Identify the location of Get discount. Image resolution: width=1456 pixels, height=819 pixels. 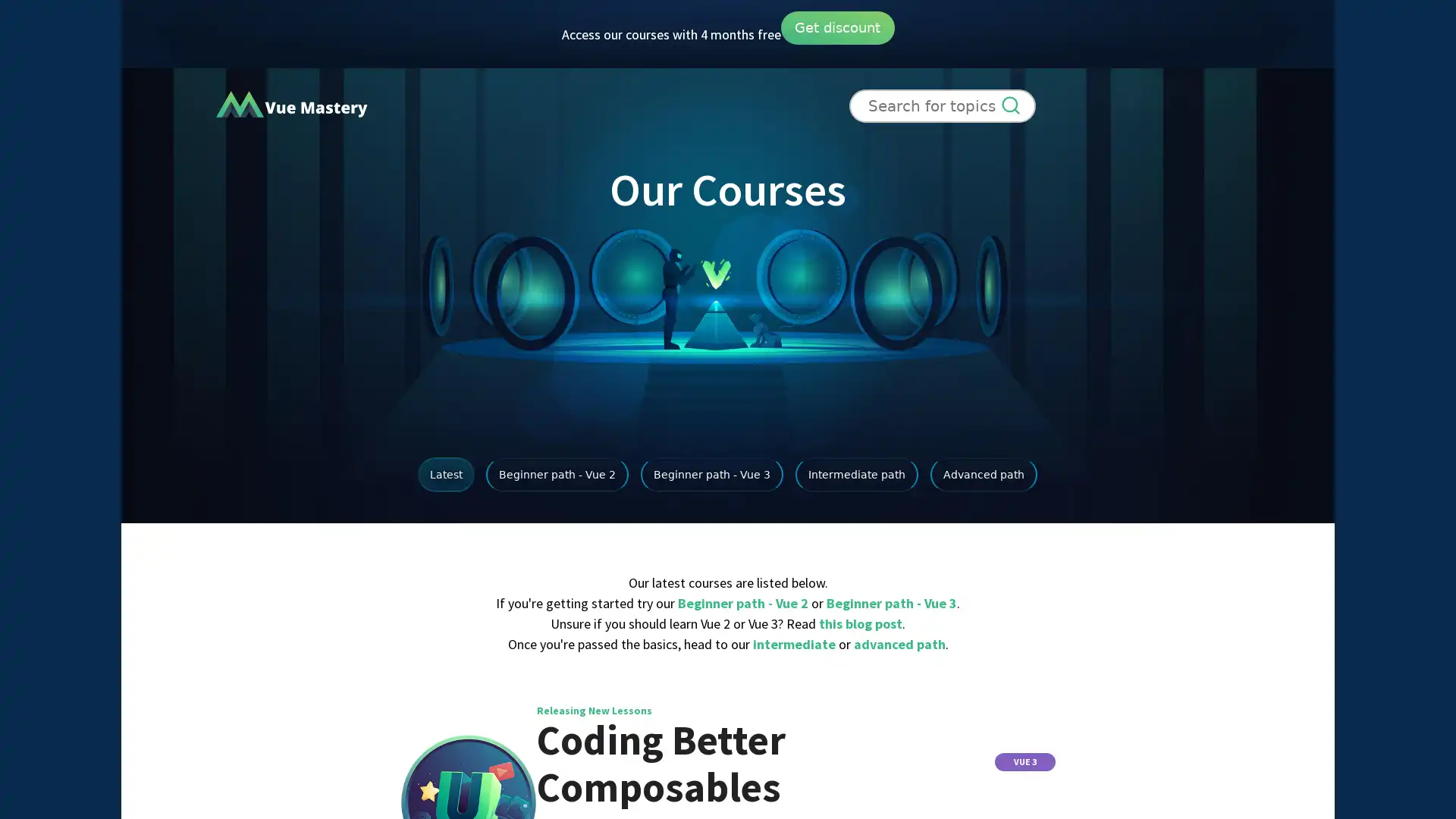
(849, 34).